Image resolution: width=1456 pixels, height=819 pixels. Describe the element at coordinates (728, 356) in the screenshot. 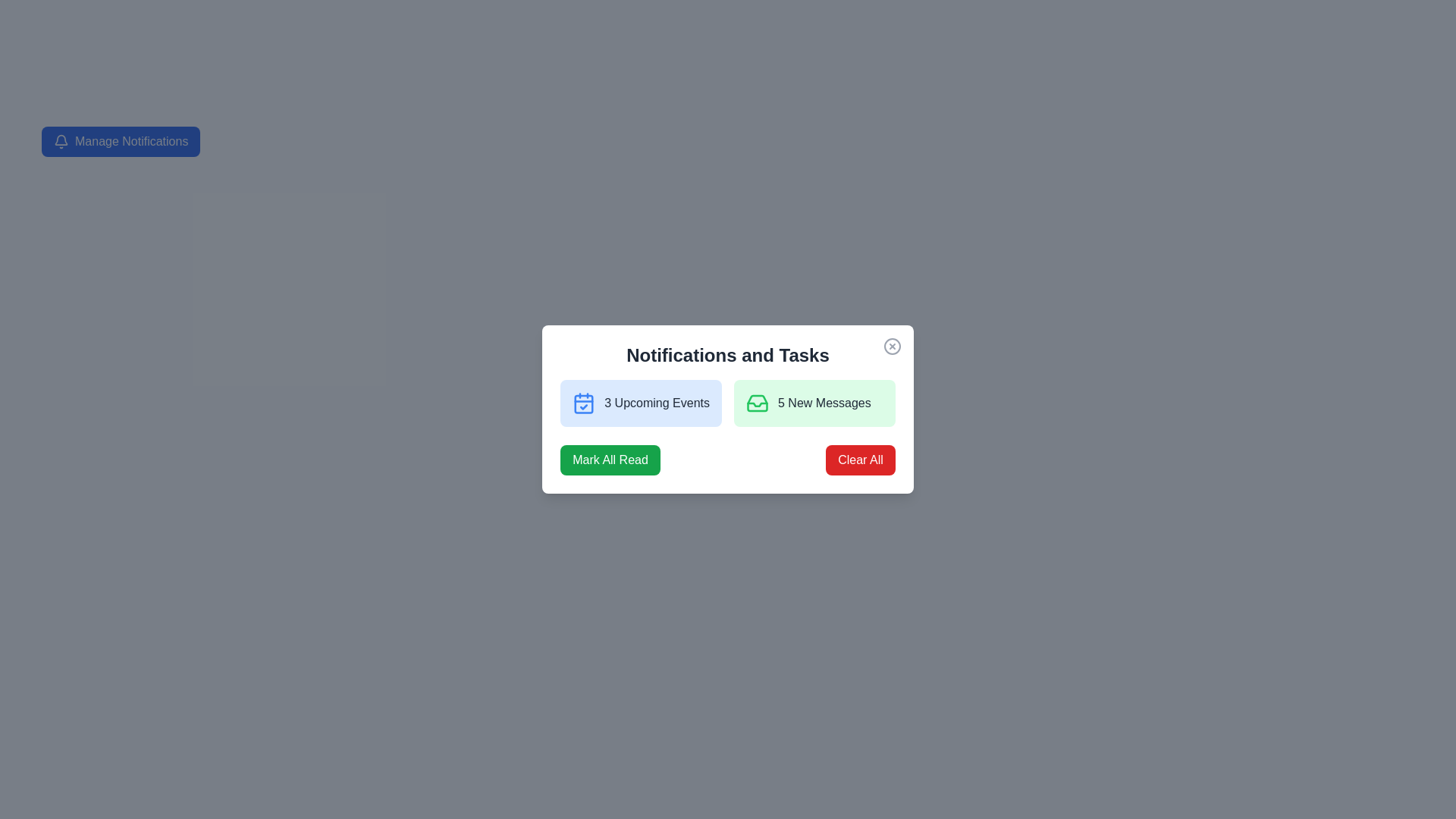

I see `header text 'Notifications and Tasks' to understand the context of the notification section, which includes details about upcoming events and new messages` at that location.